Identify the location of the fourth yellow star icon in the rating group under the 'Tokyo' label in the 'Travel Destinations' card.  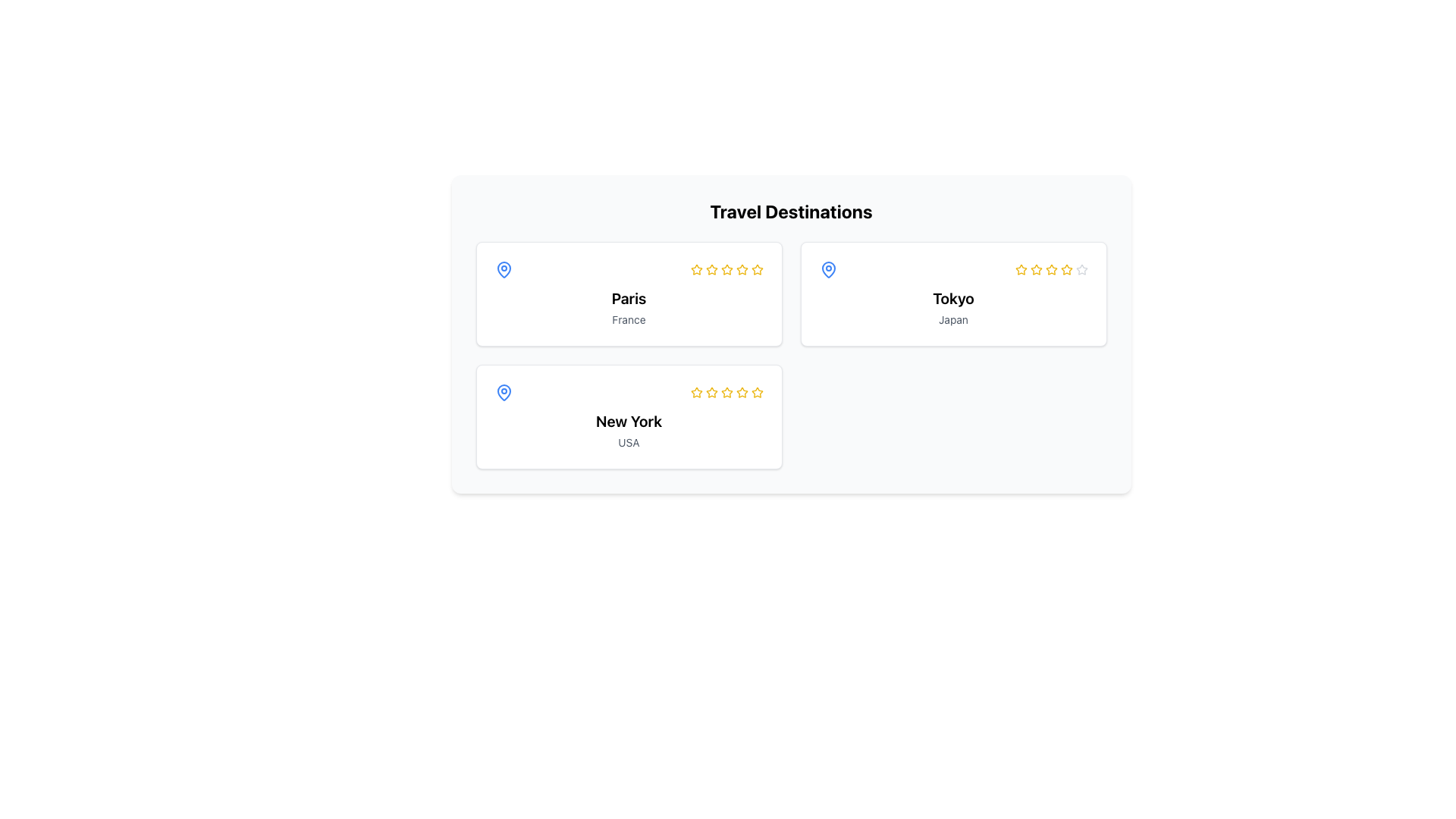
(1050, 268).